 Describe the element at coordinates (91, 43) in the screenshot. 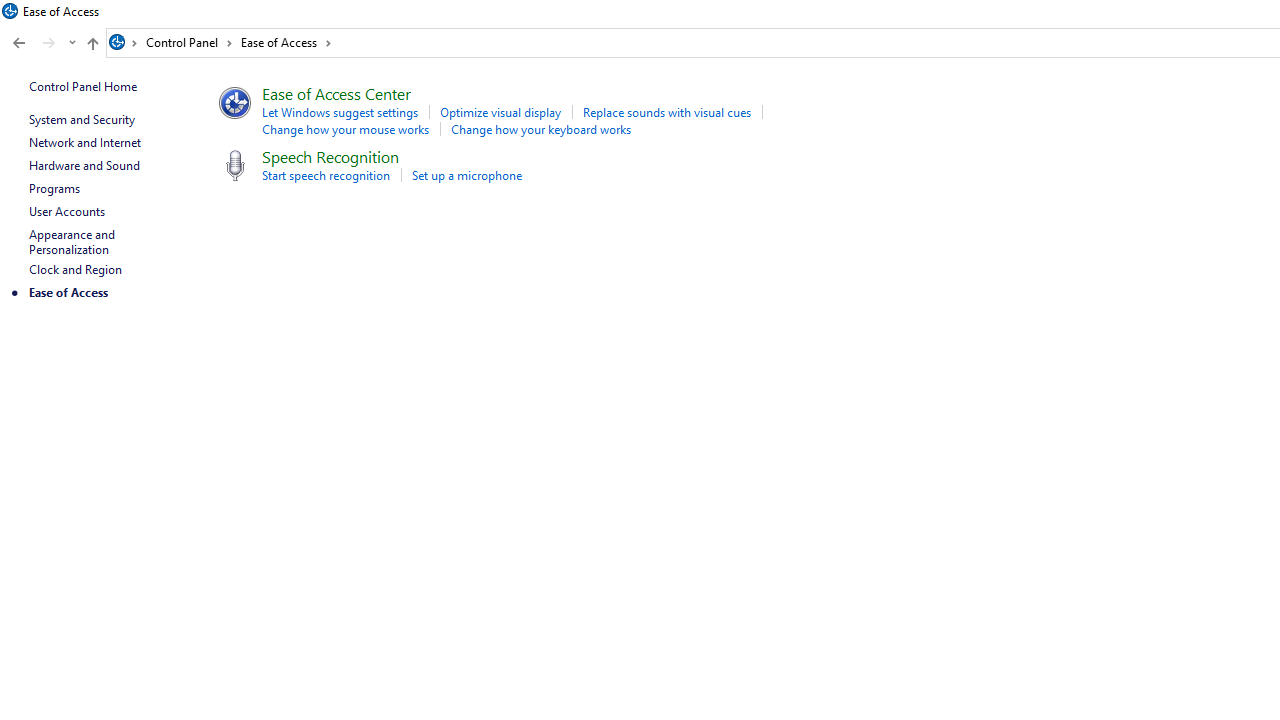

I see `'Up to "Control Panel" (Alt + Up Arrow)'` at that location.